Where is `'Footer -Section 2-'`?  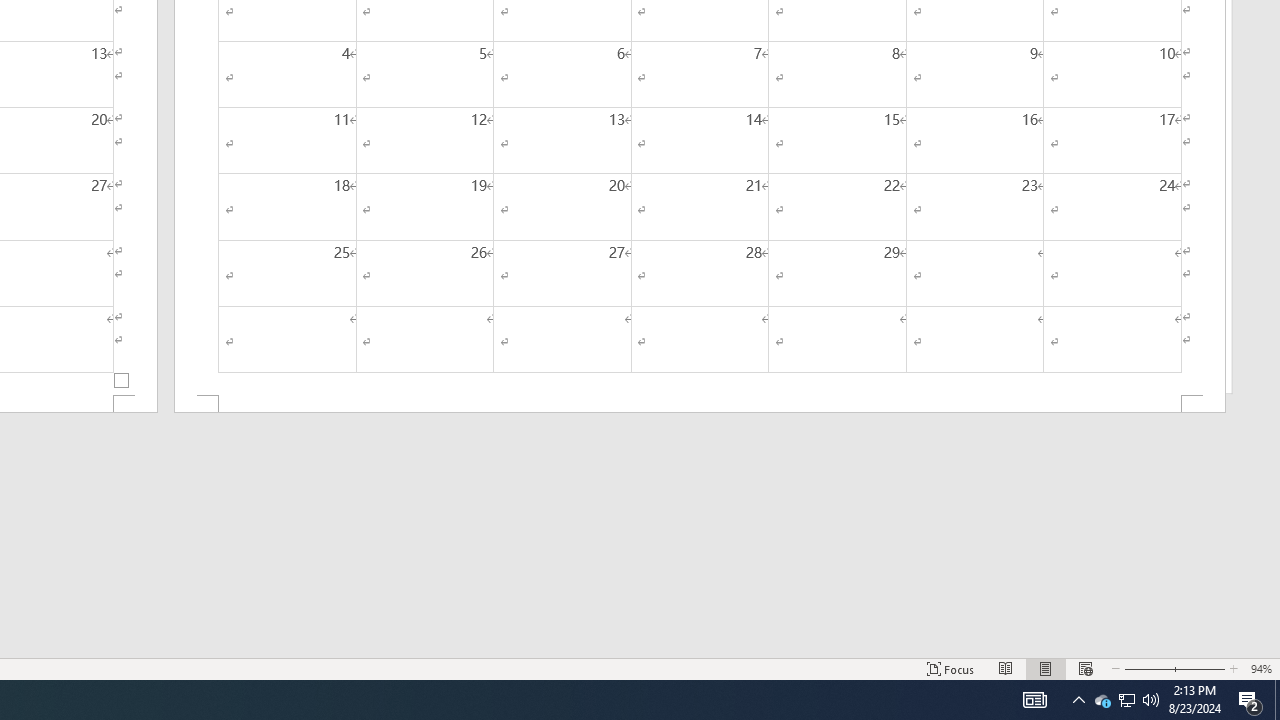 'Footer -Section 2-' is located at coordinates (700, 404).